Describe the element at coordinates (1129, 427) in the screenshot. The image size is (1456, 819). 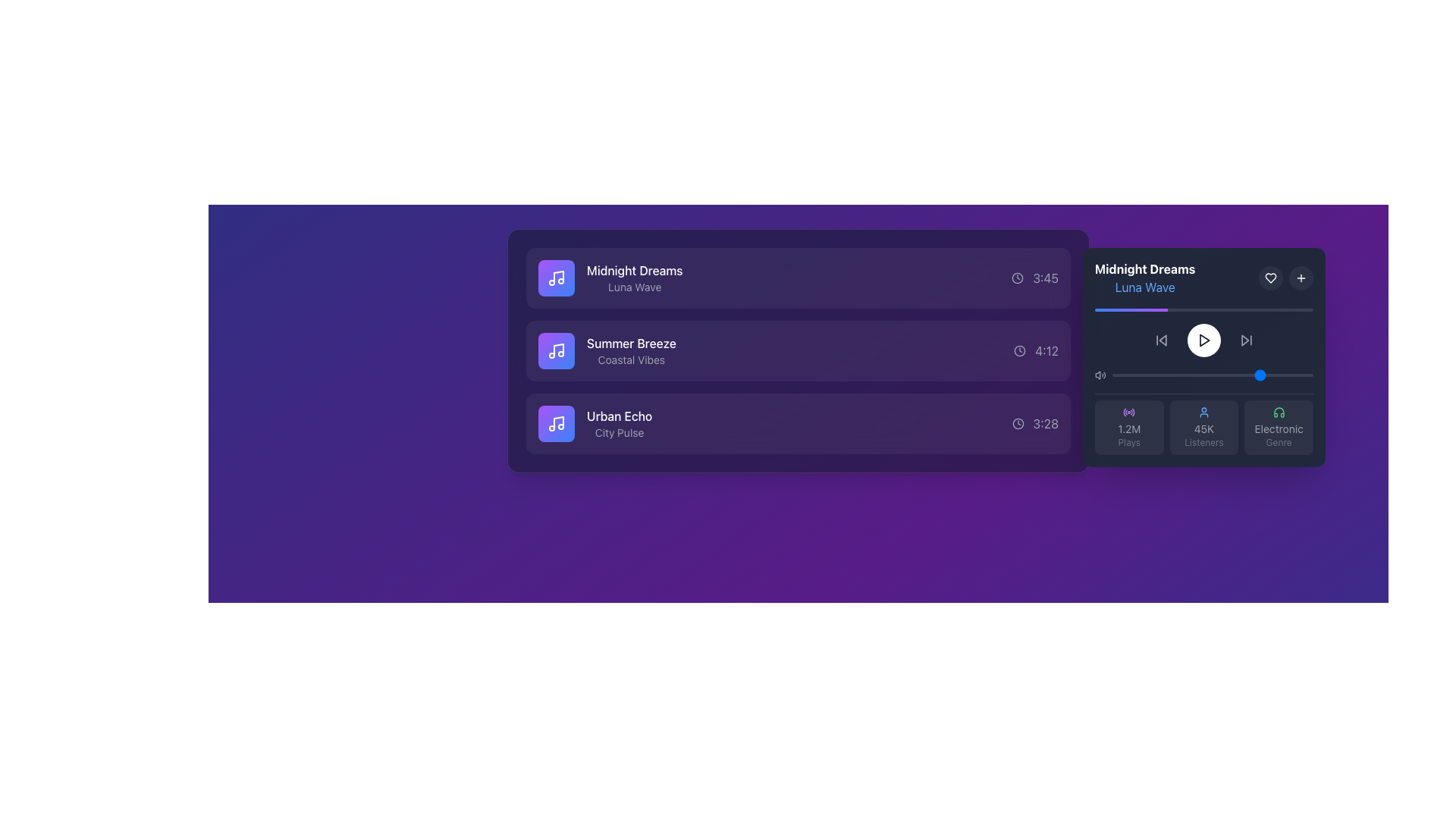
I see `the Informational display box with a dark background containing a purple wireless icon and text '1.2M' and 'Plays', located at the bottom-right corner of the interface` at that location.